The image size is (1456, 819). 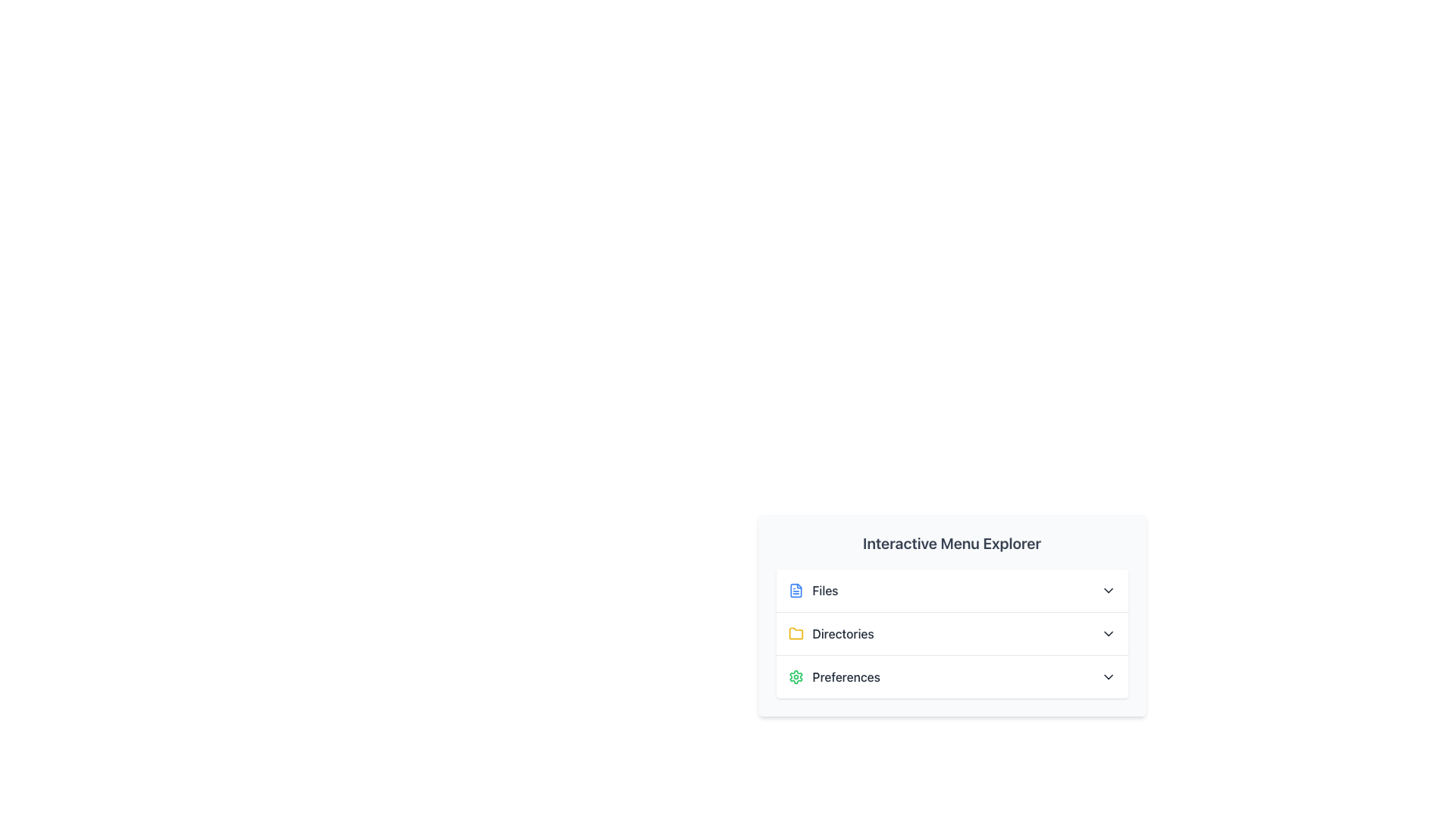 What do you see at coordinates (951, 634) in the screenshot?
I see `the 'Directories' row of the dropdown menu, which is the second row between 'Files' and 'Preferences'` at bounding box center [951, 634].